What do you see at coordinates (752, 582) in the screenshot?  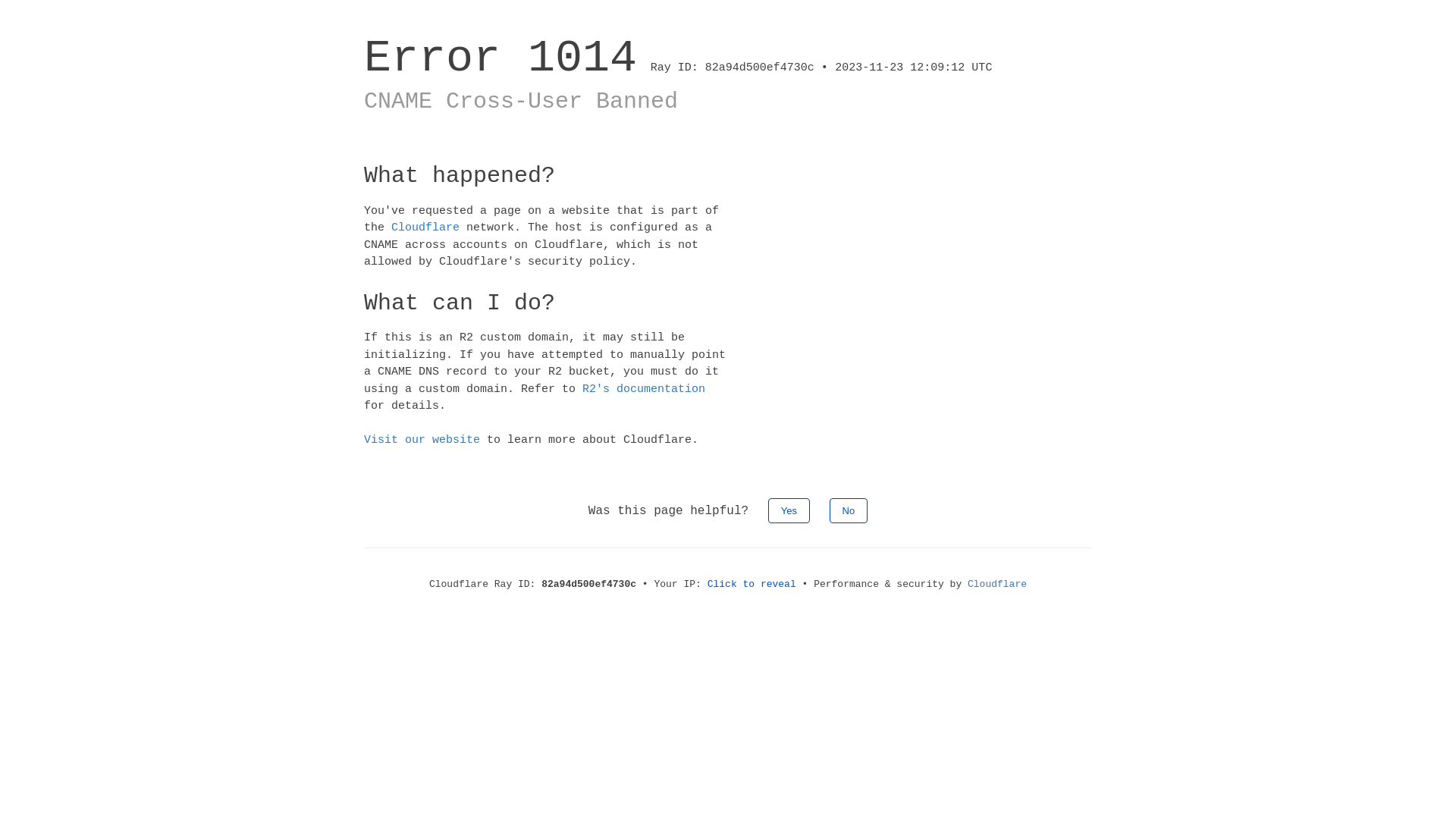 I see `'Click to reveal'` at bounding box center [752, 582].